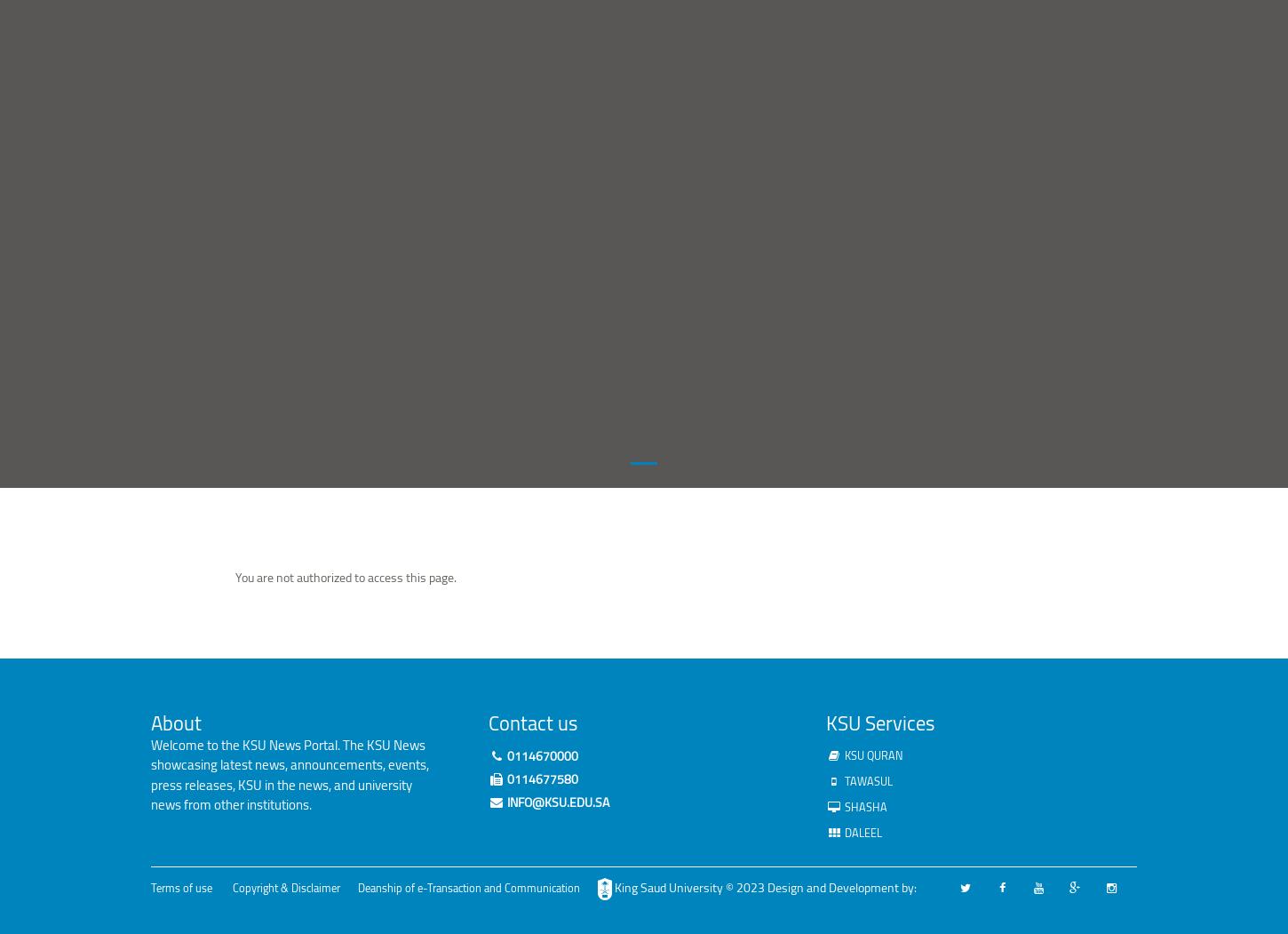  I want to click on 'Exhibitions', so click(386, 118).